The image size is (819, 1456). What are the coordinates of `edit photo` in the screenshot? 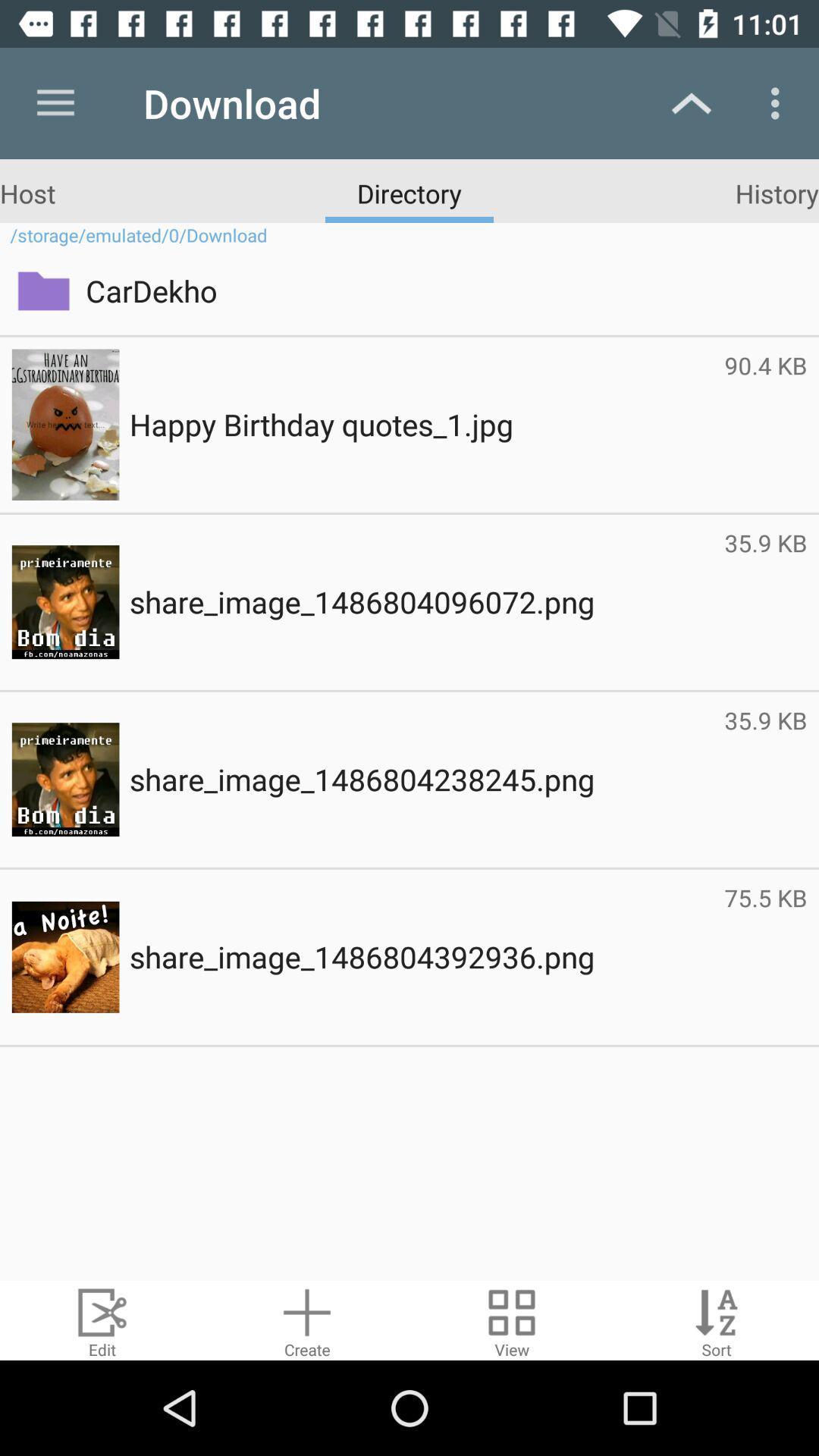 It's located at (102, 1319).